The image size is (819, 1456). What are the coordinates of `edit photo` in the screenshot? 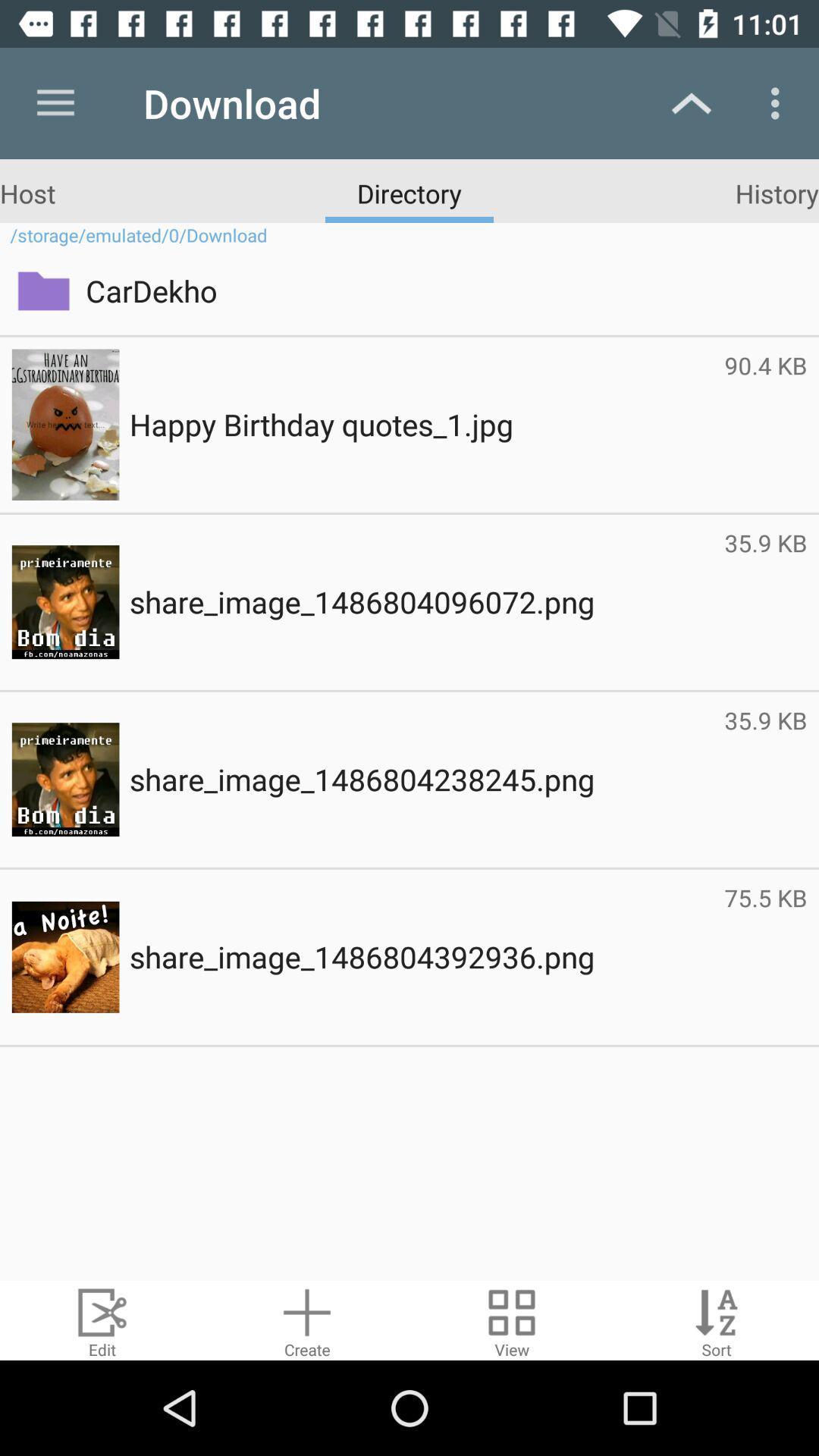 It's located at (102, 1319).